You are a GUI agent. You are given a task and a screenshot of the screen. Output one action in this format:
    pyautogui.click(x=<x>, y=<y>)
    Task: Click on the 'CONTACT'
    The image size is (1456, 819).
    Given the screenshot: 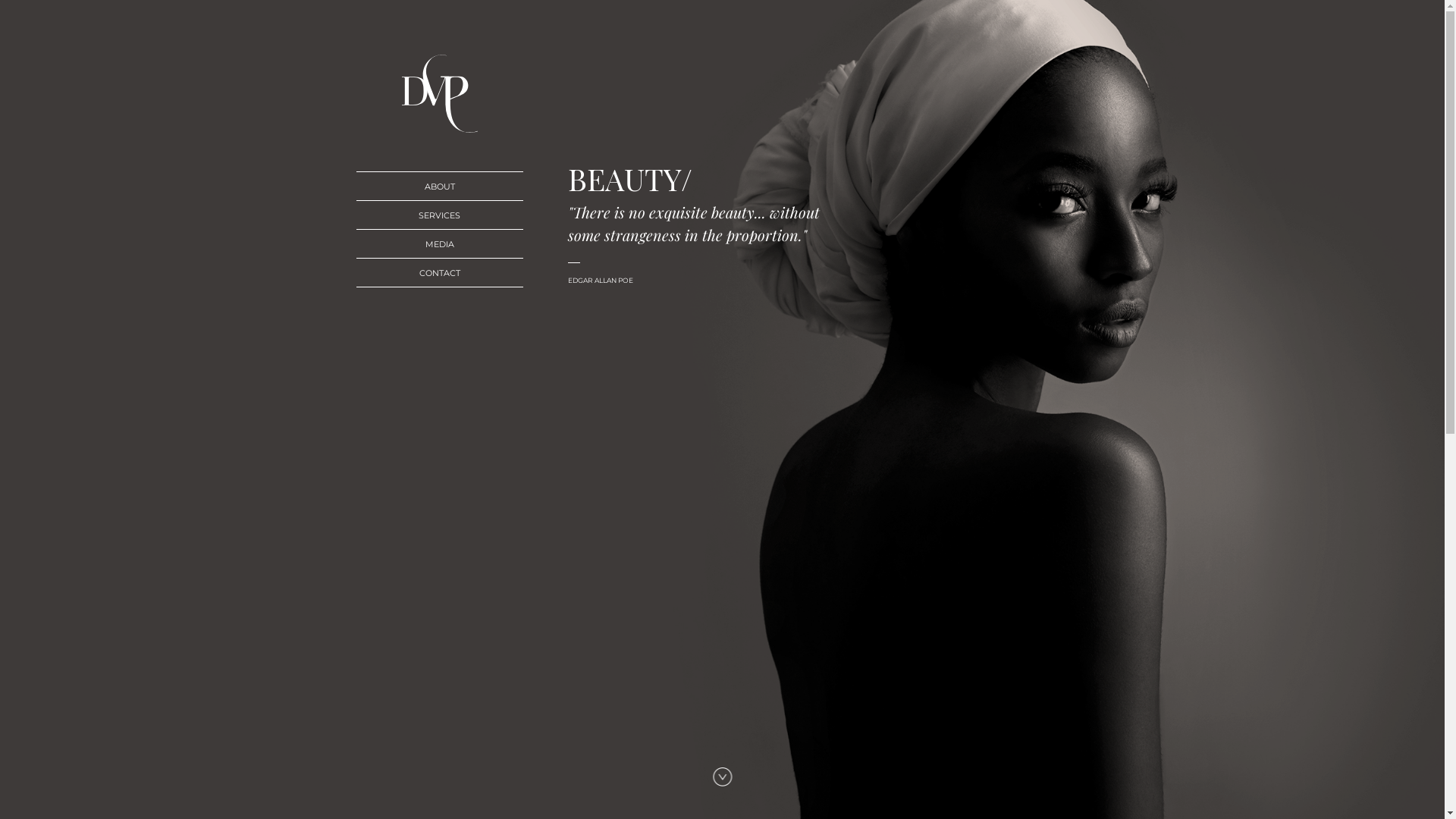 What is the action you would take?
    pyautogui.click(x=439, y=271)
    